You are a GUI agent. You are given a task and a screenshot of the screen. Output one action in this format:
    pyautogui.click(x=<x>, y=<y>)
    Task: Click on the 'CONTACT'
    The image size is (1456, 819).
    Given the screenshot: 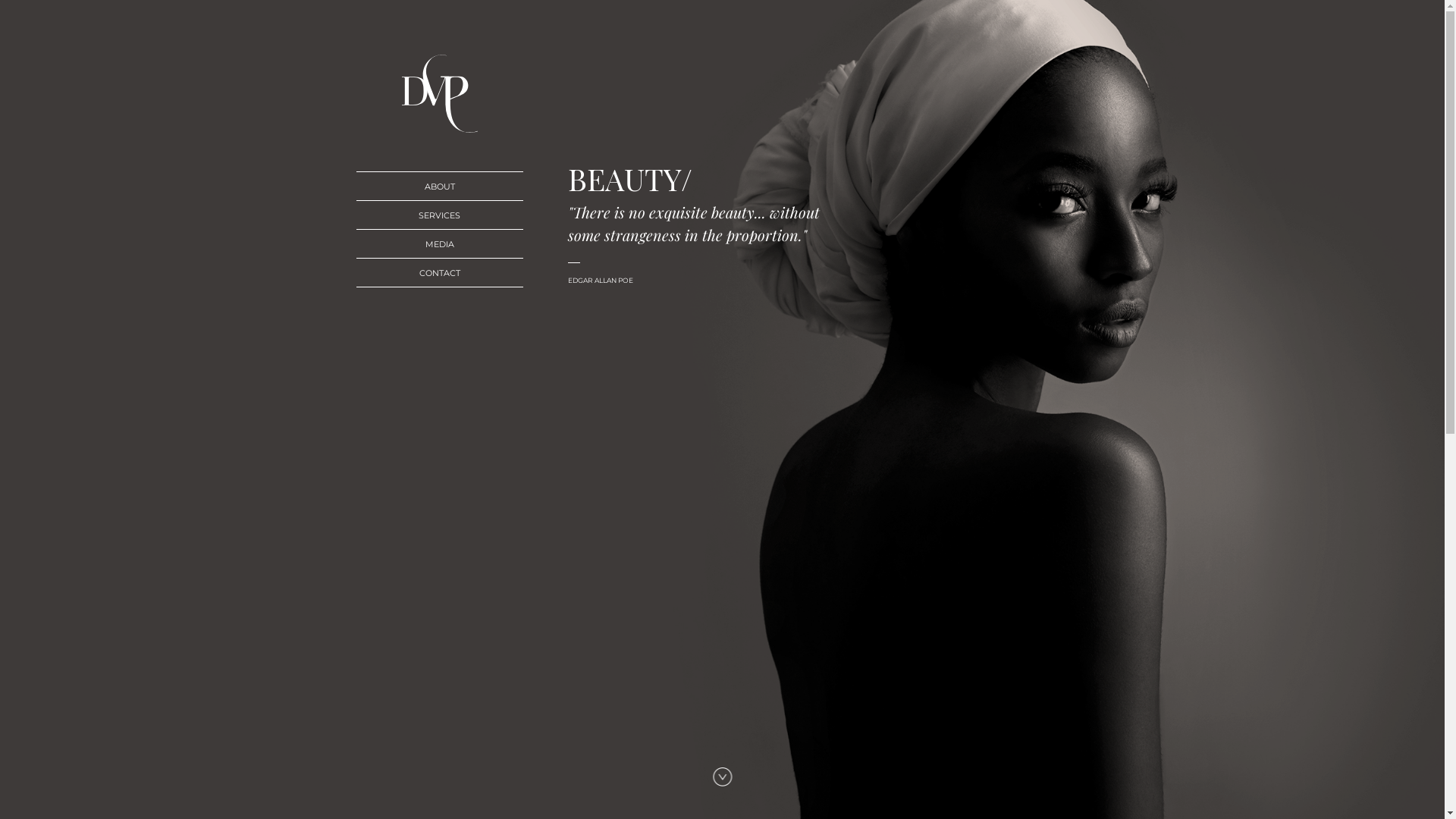 What is the action you would take?
    pyautogui.click(x=439, y=271)
    